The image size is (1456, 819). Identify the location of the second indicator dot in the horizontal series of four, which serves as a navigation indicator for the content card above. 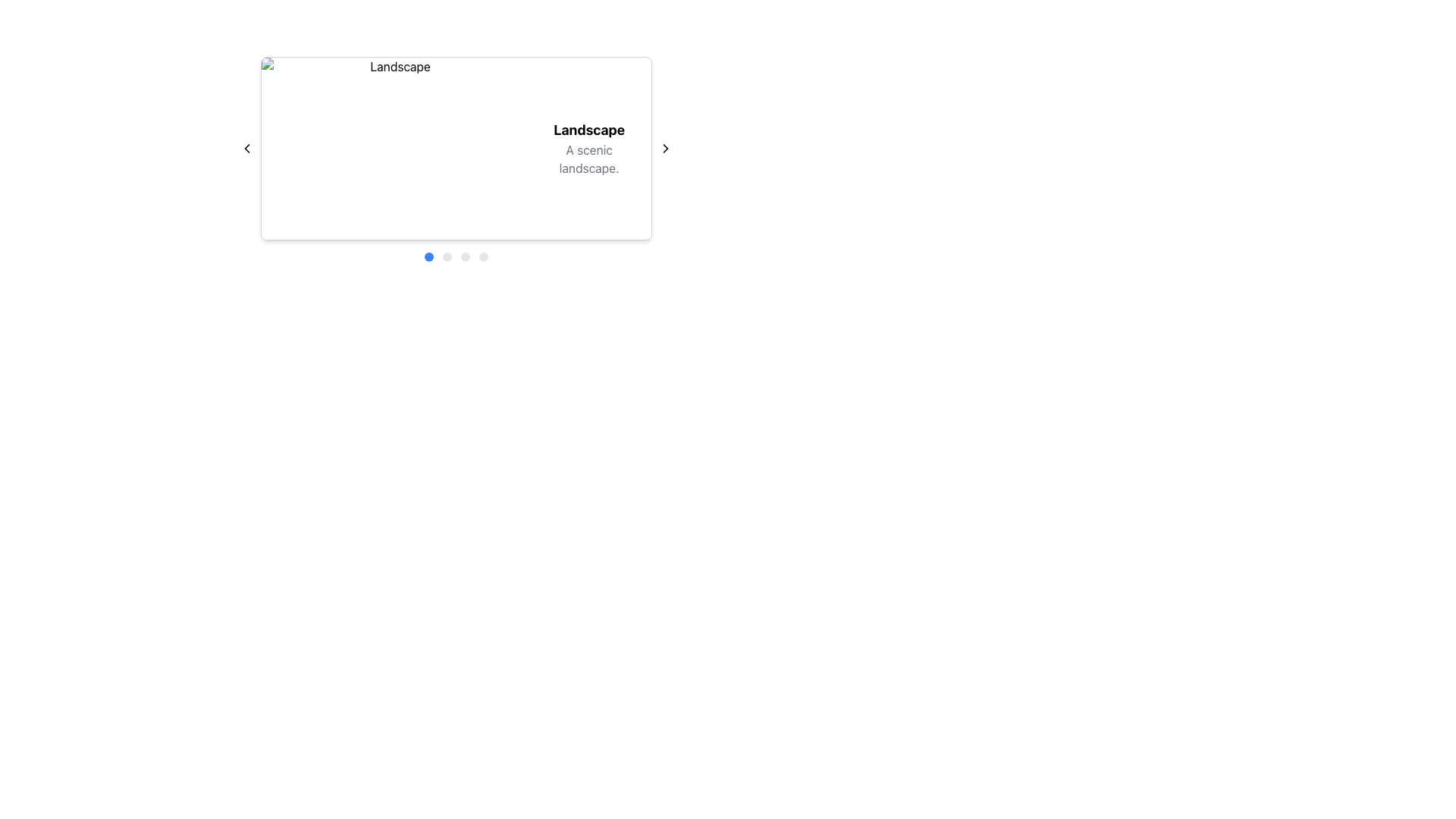
(447, 256).